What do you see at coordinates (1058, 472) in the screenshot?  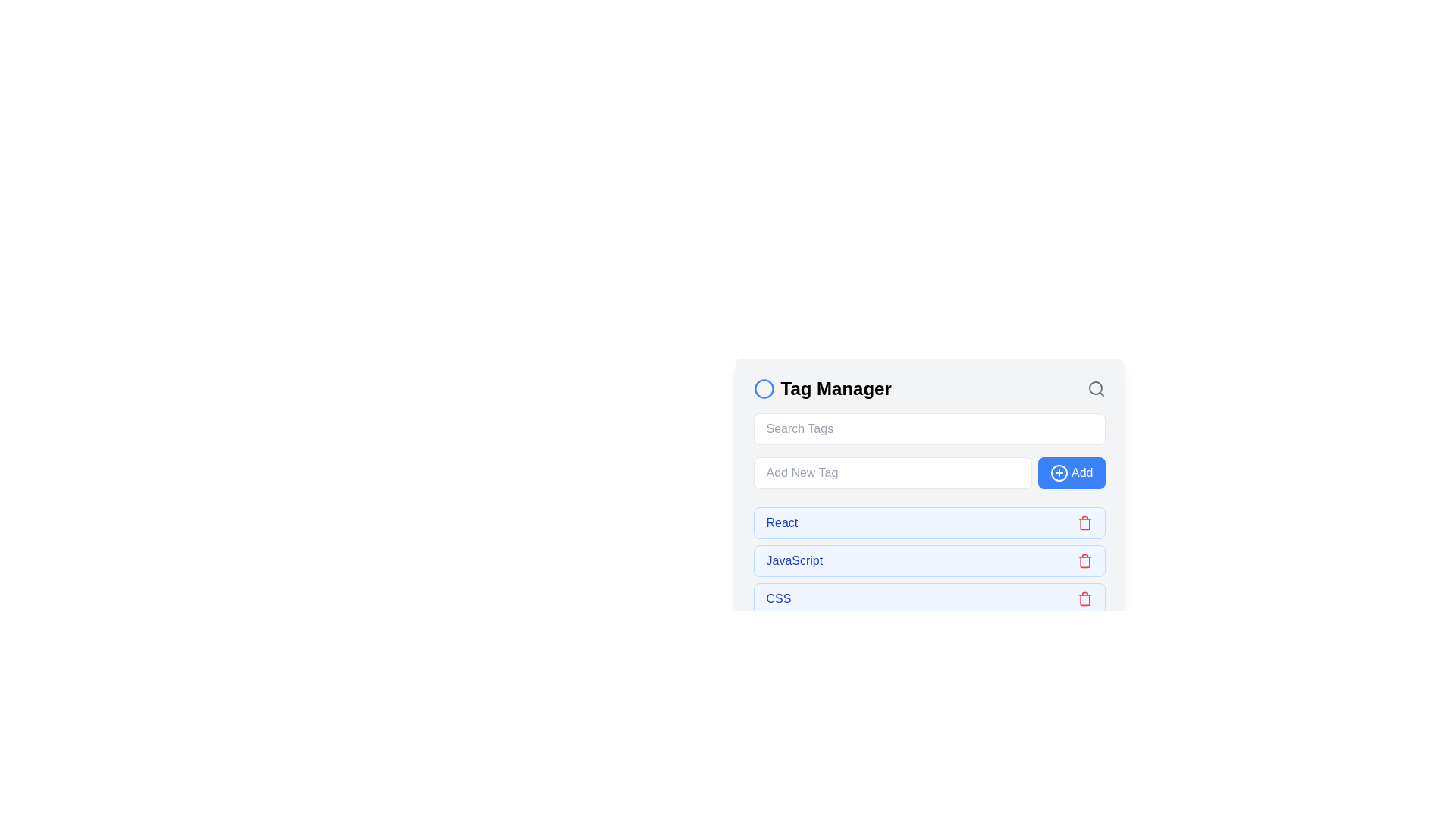 I see `the circular '+' icon with a blue background located within the 'Add' button in the 'Tag Manager' interface` at bounding box center [1058, 472].